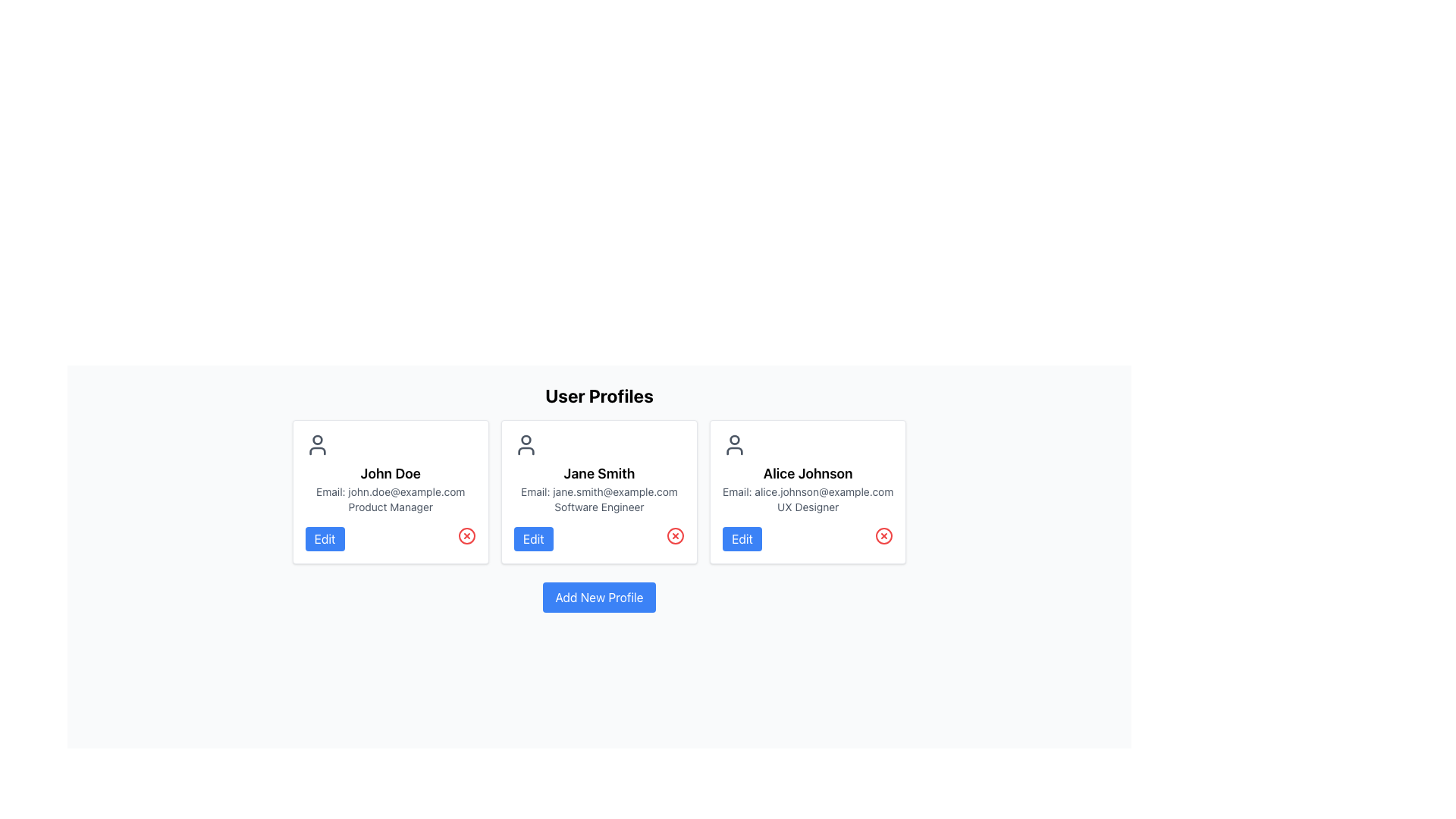 This screenshot has height=819, width=1456. What do you see at coordinates (807, 491) in the screenshot?
I see `email address displayed as the second text line in the third profile card from the left, located directly below 'Alice Johnson' and above 'UX Designer'` at bounding box center [807, 491].